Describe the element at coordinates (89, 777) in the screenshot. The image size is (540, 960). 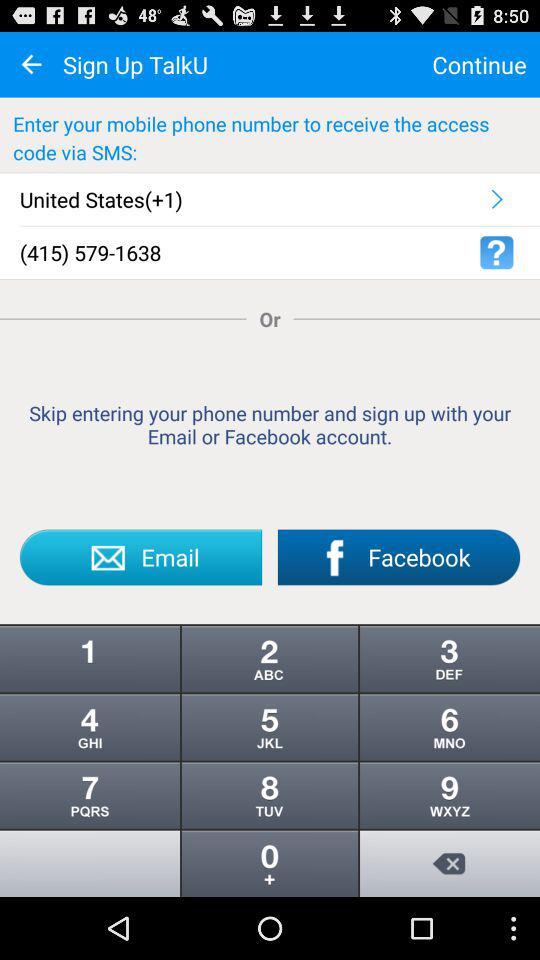
I see `the more icon` at that location.